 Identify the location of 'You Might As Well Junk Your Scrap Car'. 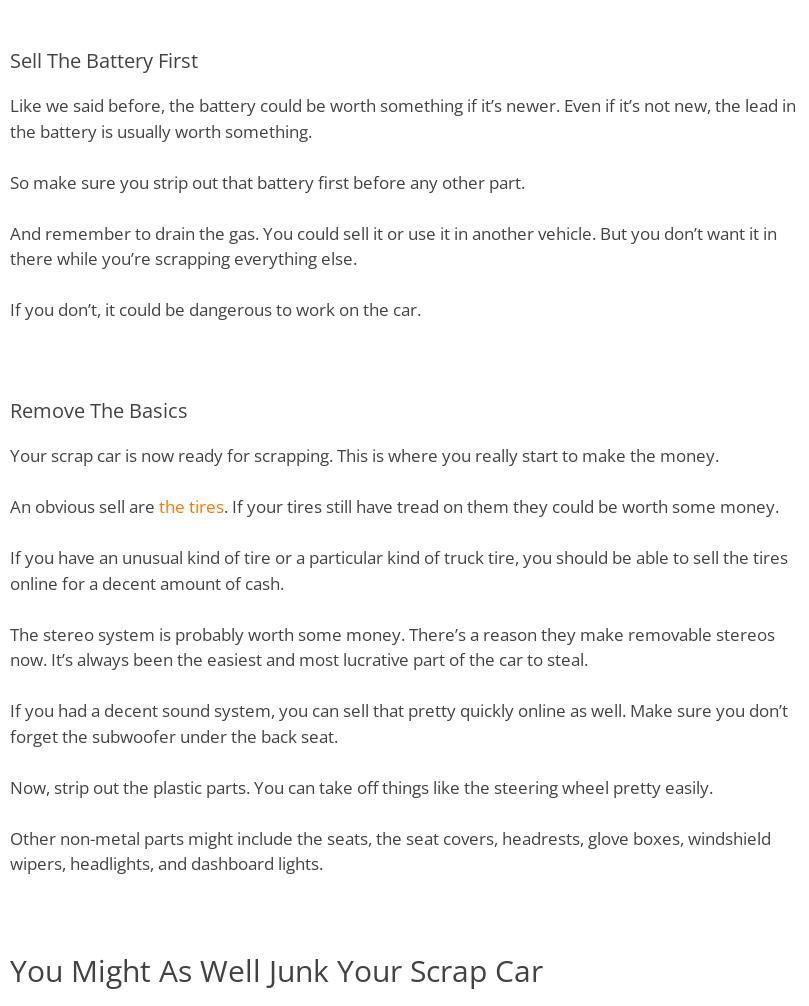
(276, 969).